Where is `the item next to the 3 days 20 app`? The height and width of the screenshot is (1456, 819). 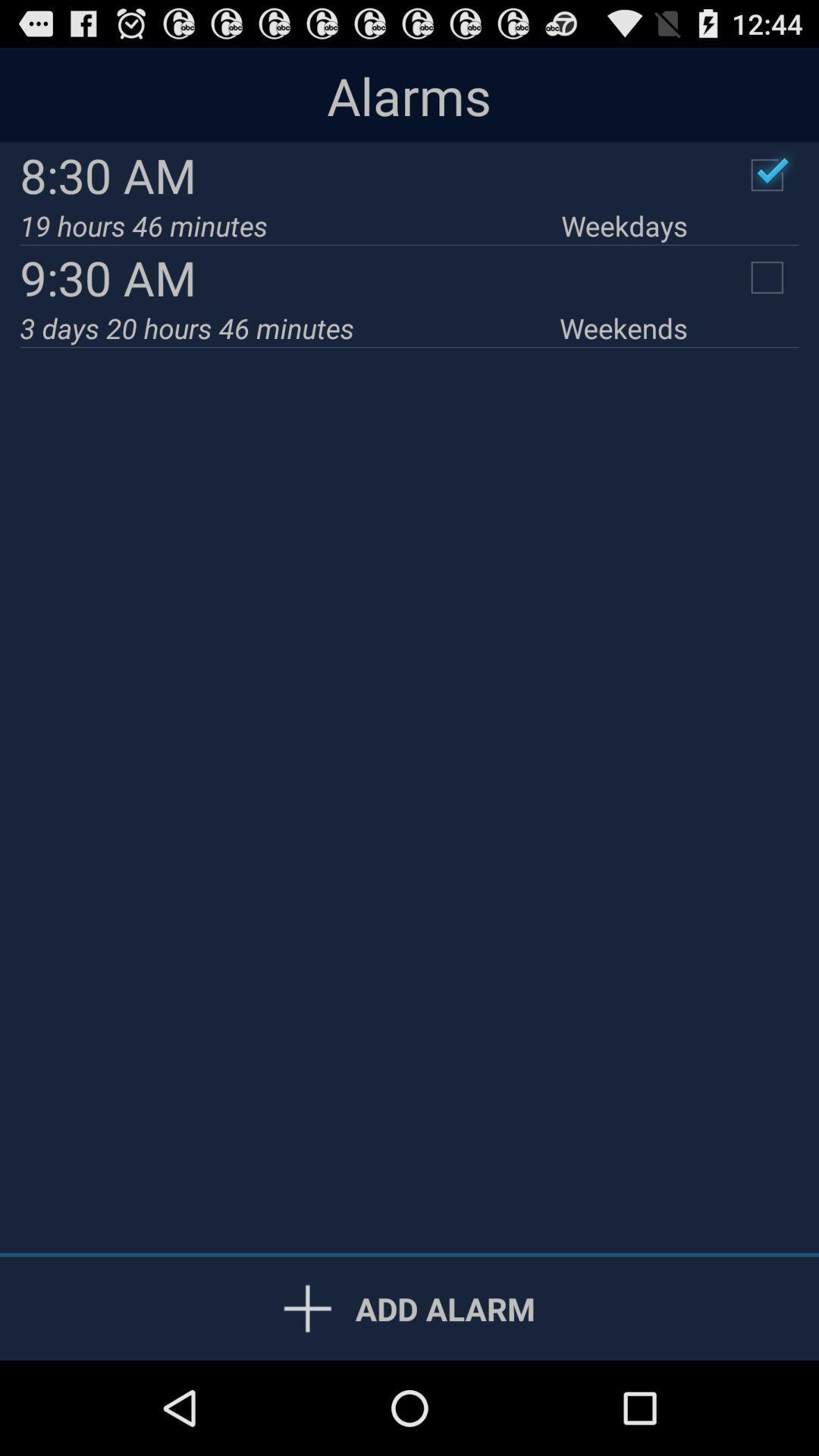
the item next to the 3 days 20 app is located at coordinates (623, 327).